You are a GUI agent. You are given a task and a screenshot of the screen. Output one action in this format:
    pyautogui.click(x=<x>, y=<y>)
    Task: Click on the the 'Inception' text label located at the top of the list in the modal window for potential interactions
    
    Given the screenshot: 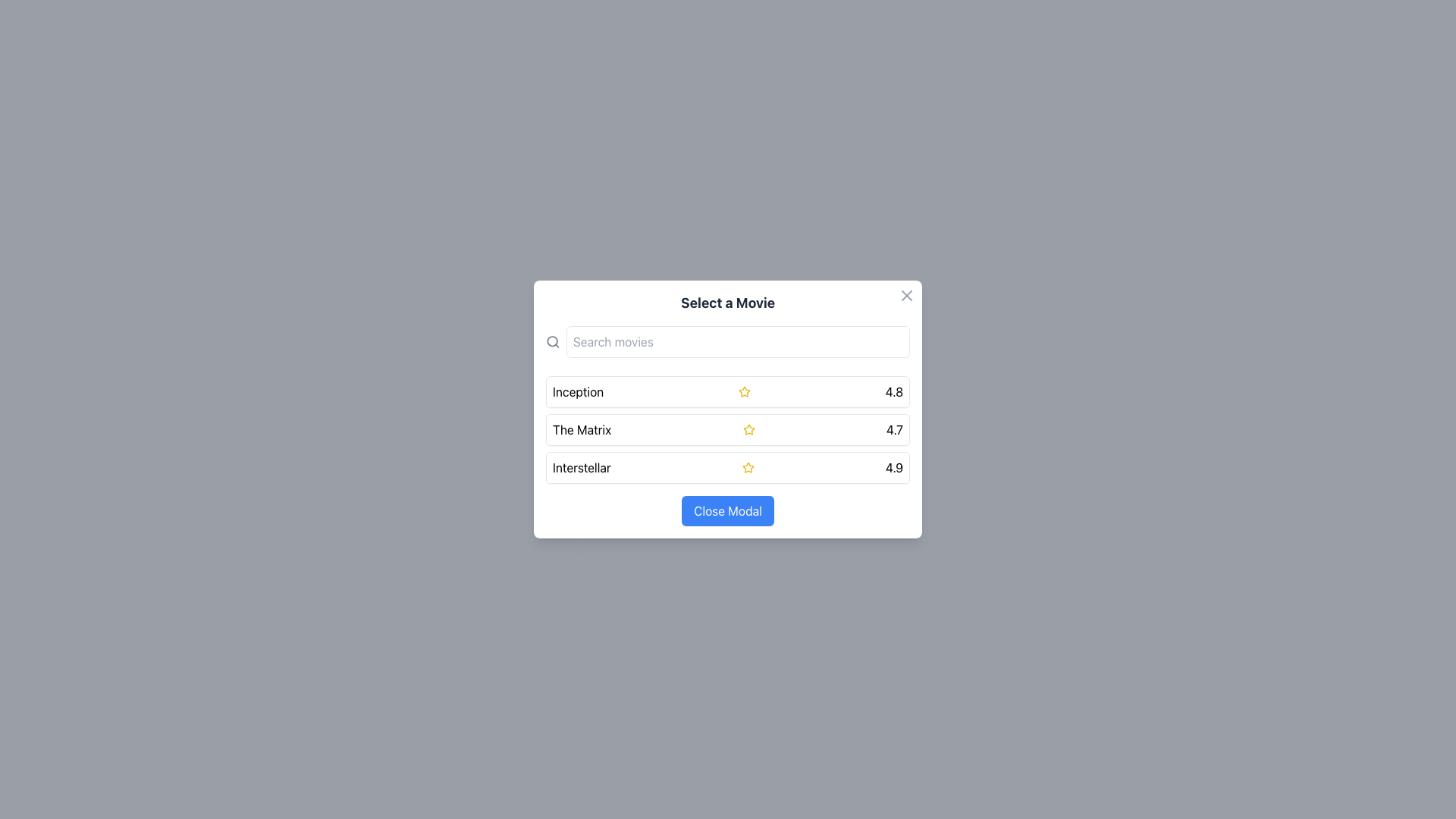 What is the action you would take?
    pyautogui.click(x=577, y=391)
    